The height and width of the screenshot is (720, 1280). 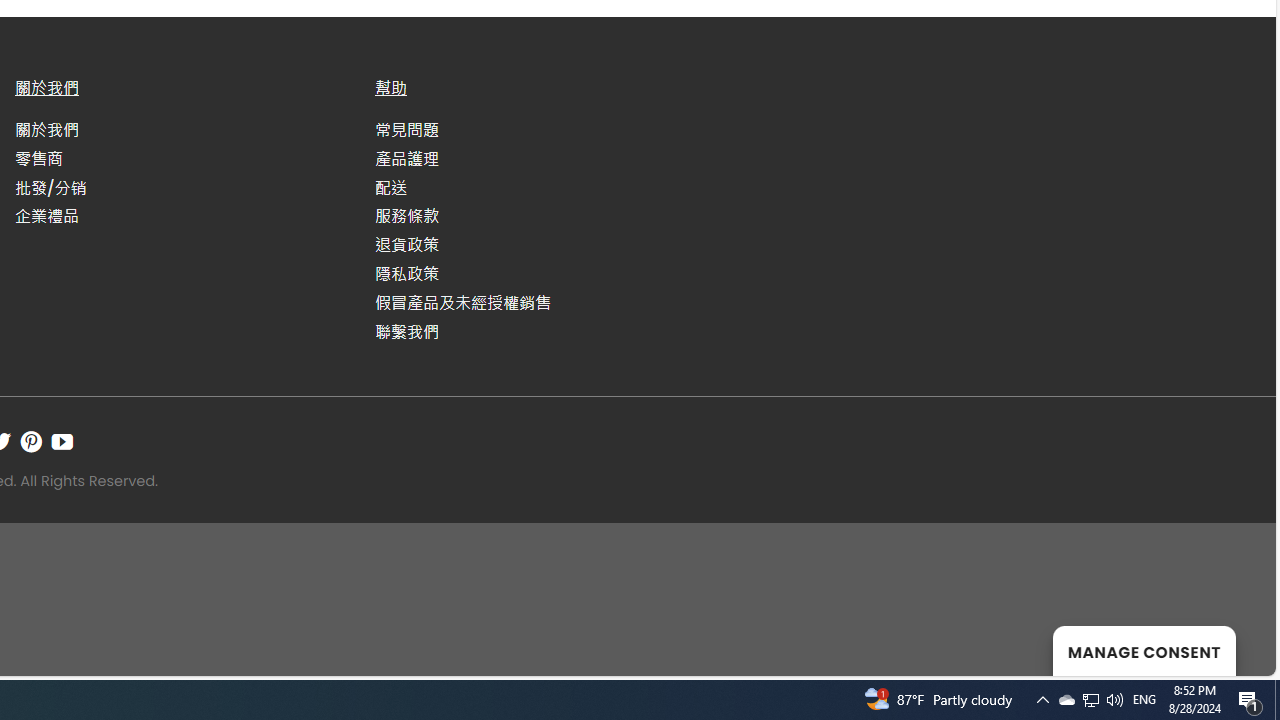 I want to click on 'MANAGE CONSENT', so click(x=1144, y=650).